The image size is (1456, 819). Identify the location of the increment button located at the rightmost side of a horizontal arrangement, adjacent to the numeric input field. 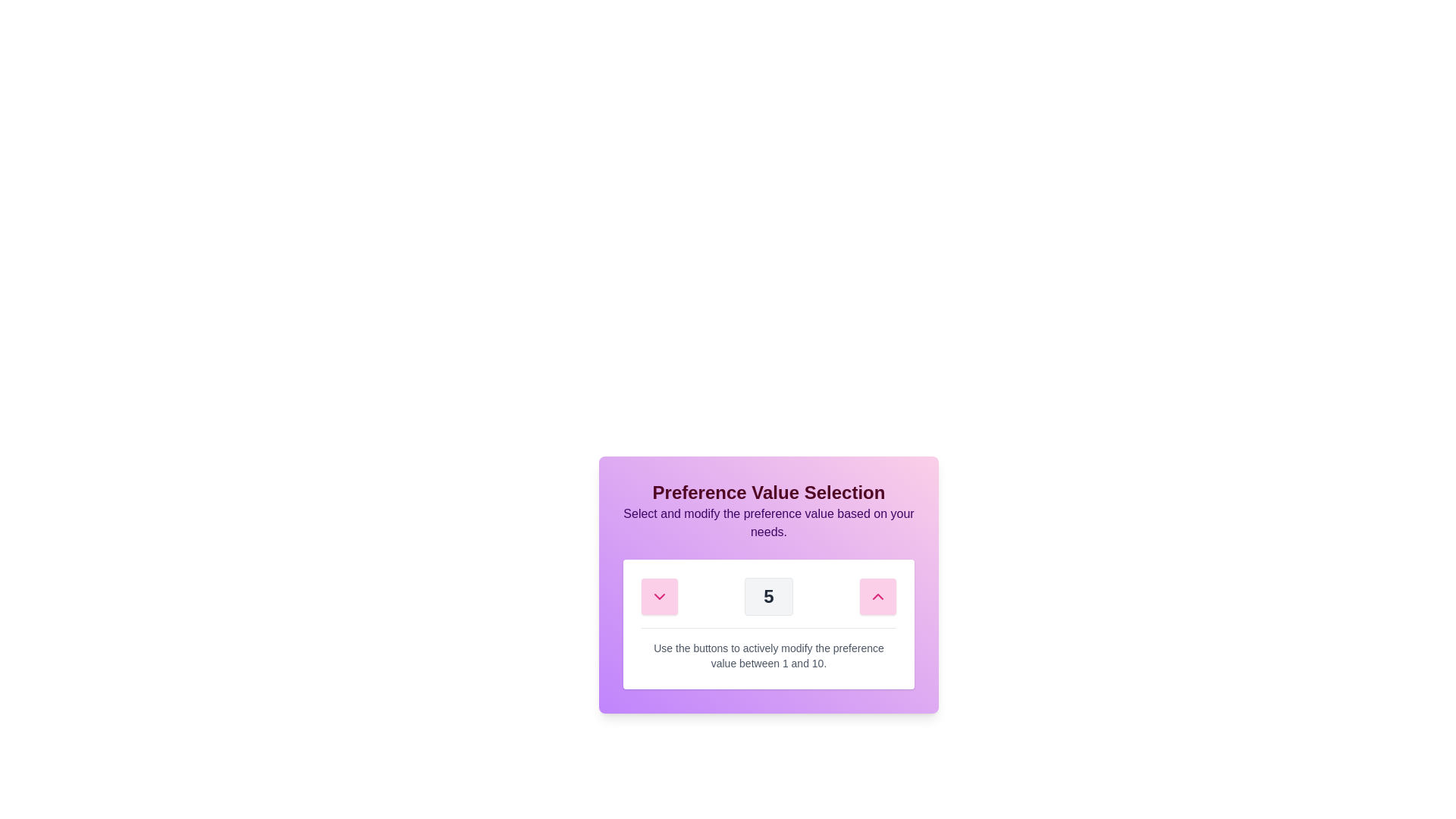
(877, 595).